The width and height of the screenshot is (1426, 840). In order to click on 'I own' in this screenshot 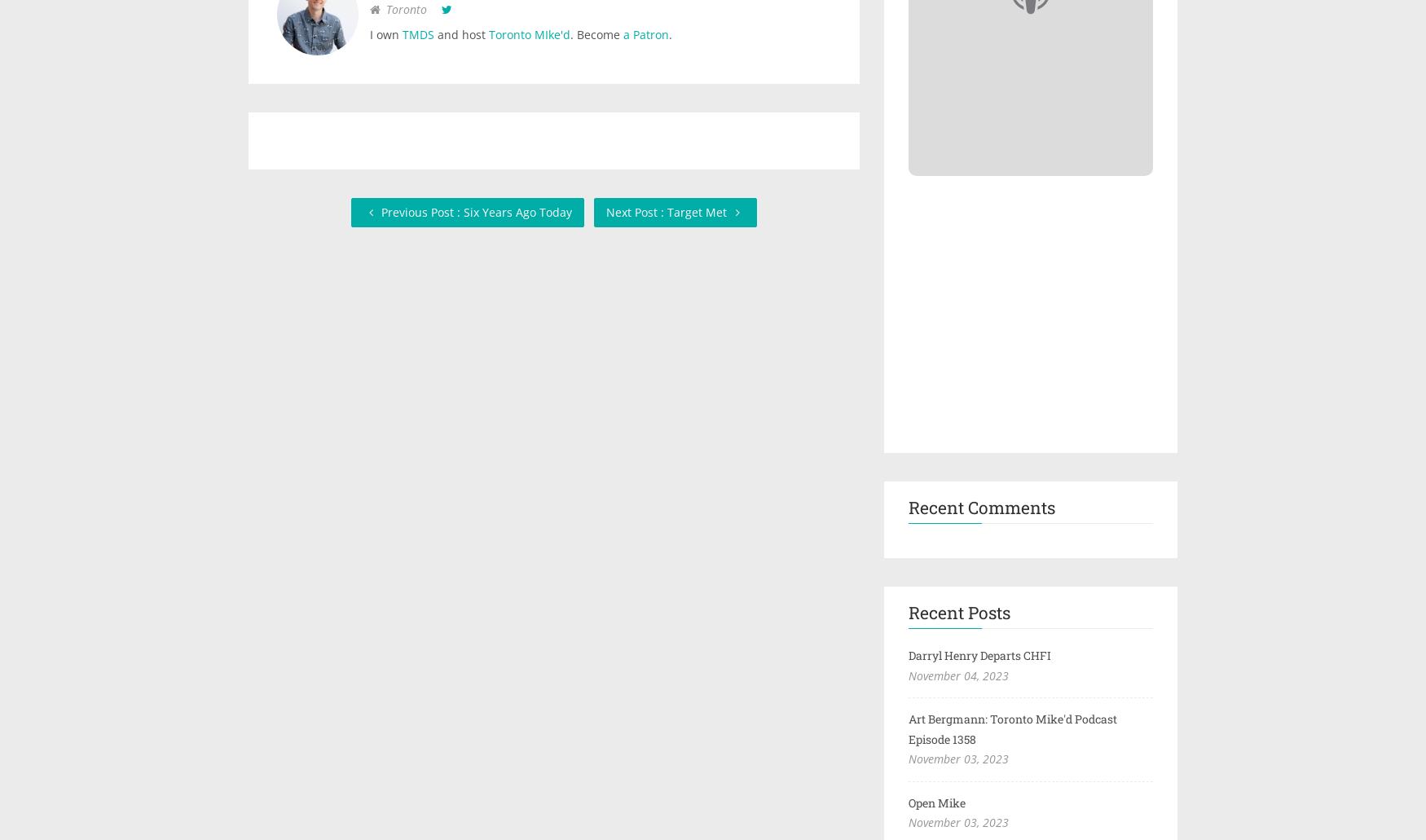, I will do `click(386, 34)`.